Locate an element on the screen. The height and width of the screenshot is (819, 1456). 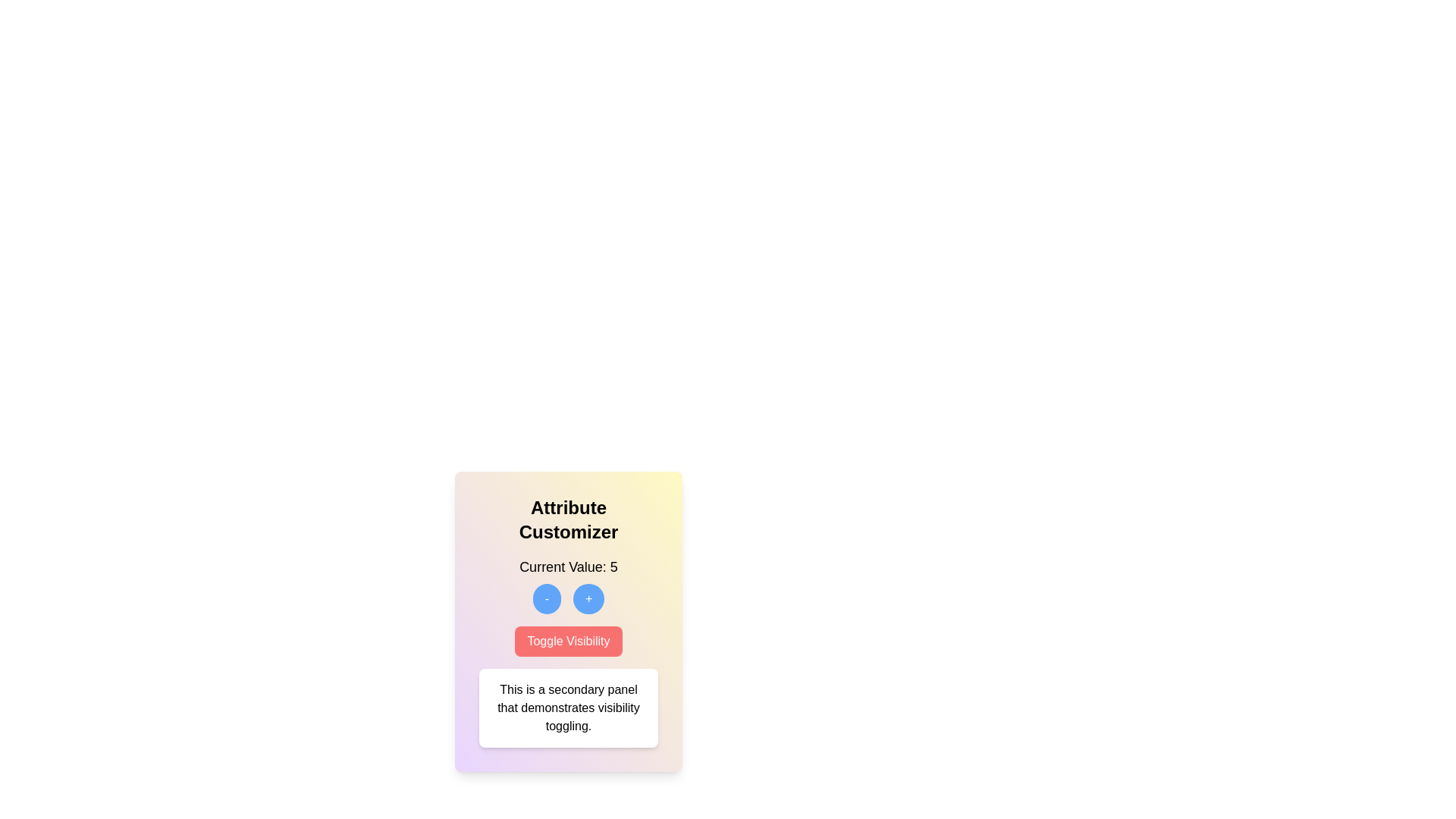
the toggle visibility button located below the blue buttons labeled '-' and '+' and above a white text box is located at coordinates (567, 641).